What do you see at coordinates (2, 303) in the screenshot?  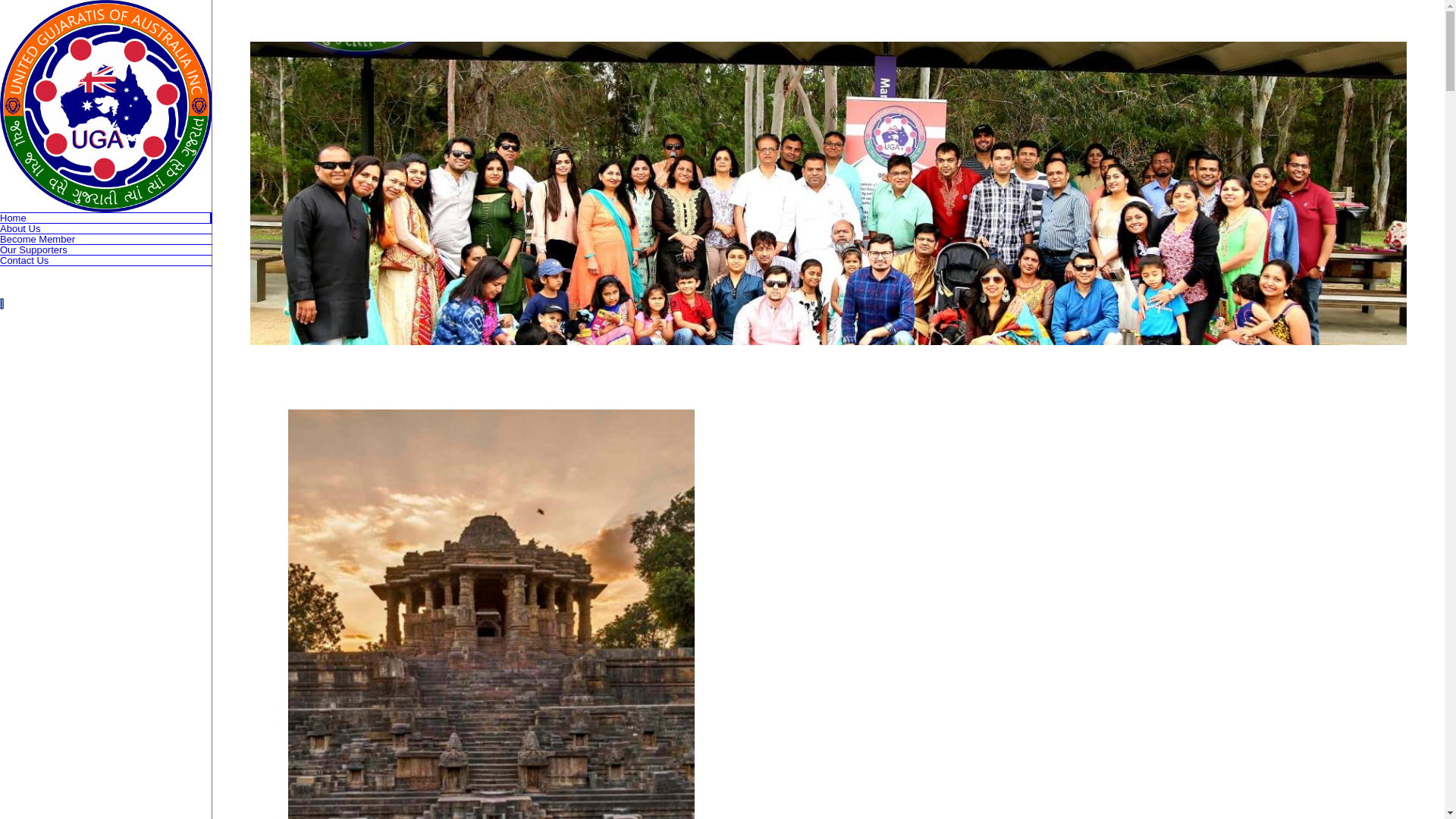 I see `'Facebook'` at bounding box center [2, 303].